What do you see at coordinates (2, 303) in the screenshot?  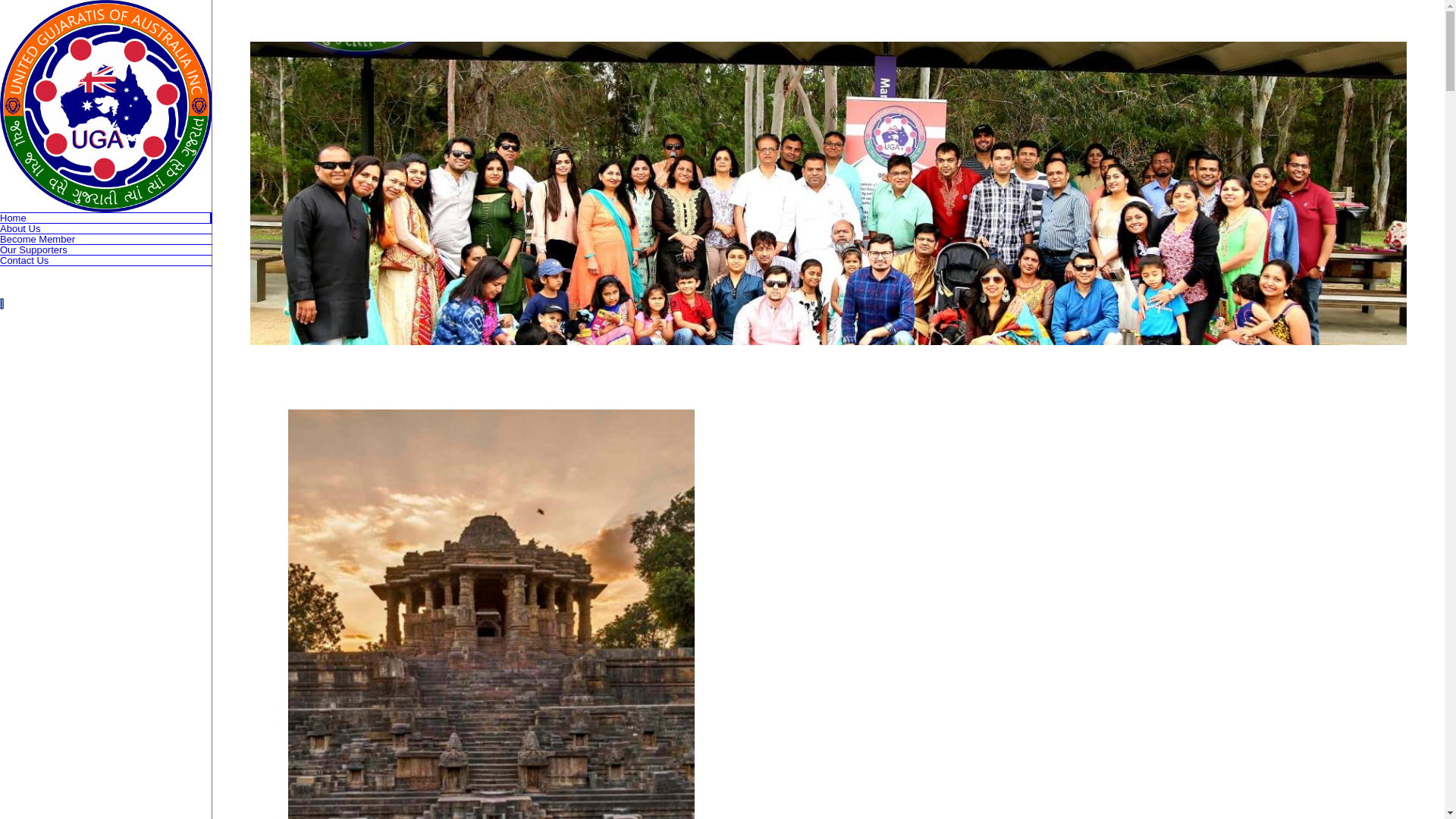 I see `'Facebook'` at bounding box center [2, 303].